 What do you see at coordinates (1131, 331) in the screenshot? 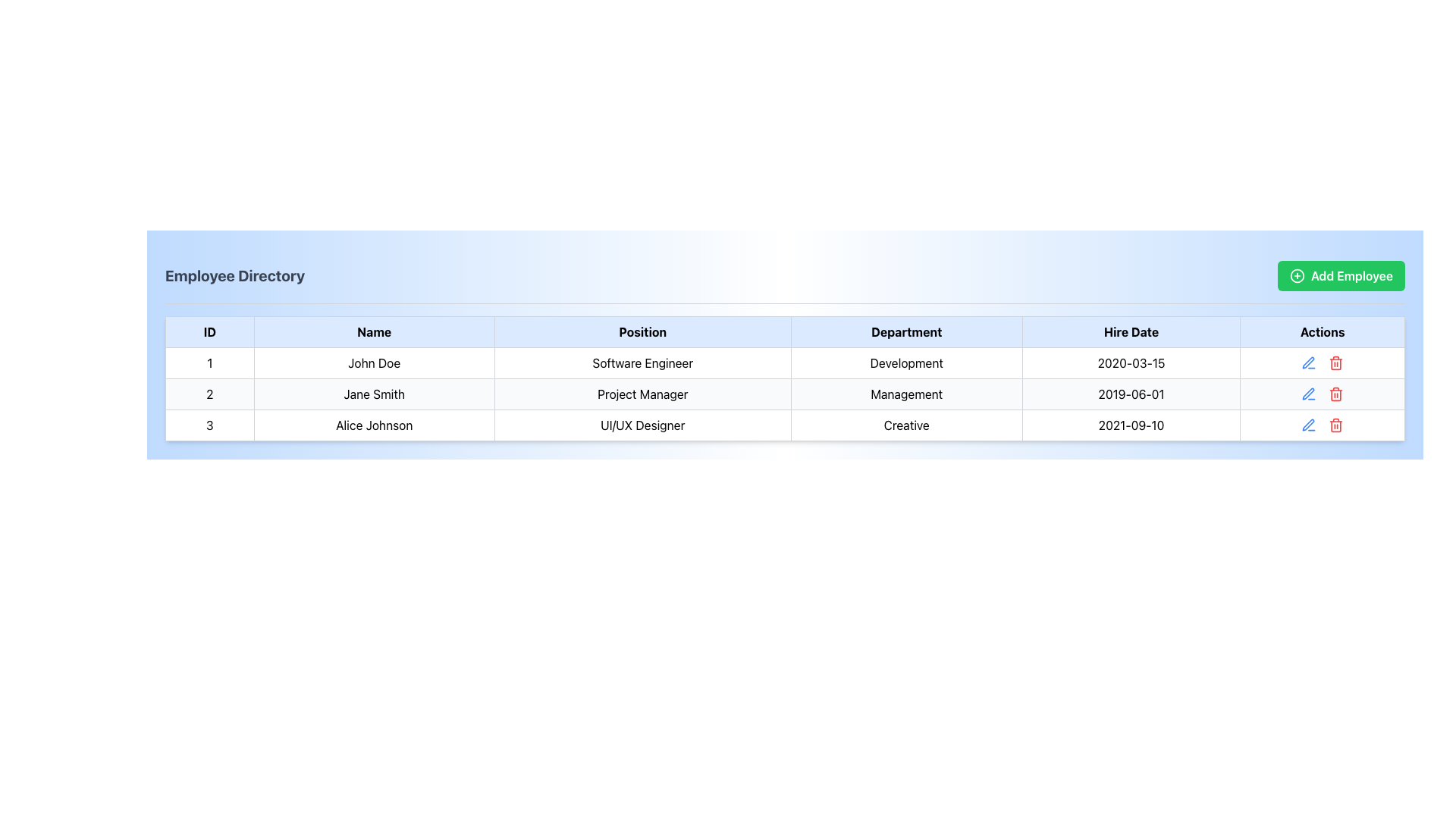
I see `the 'Hire Date' header label in the data table, which is positioned between the 'Department' and 'Actions' headers` at bounding box center [1131, 331].